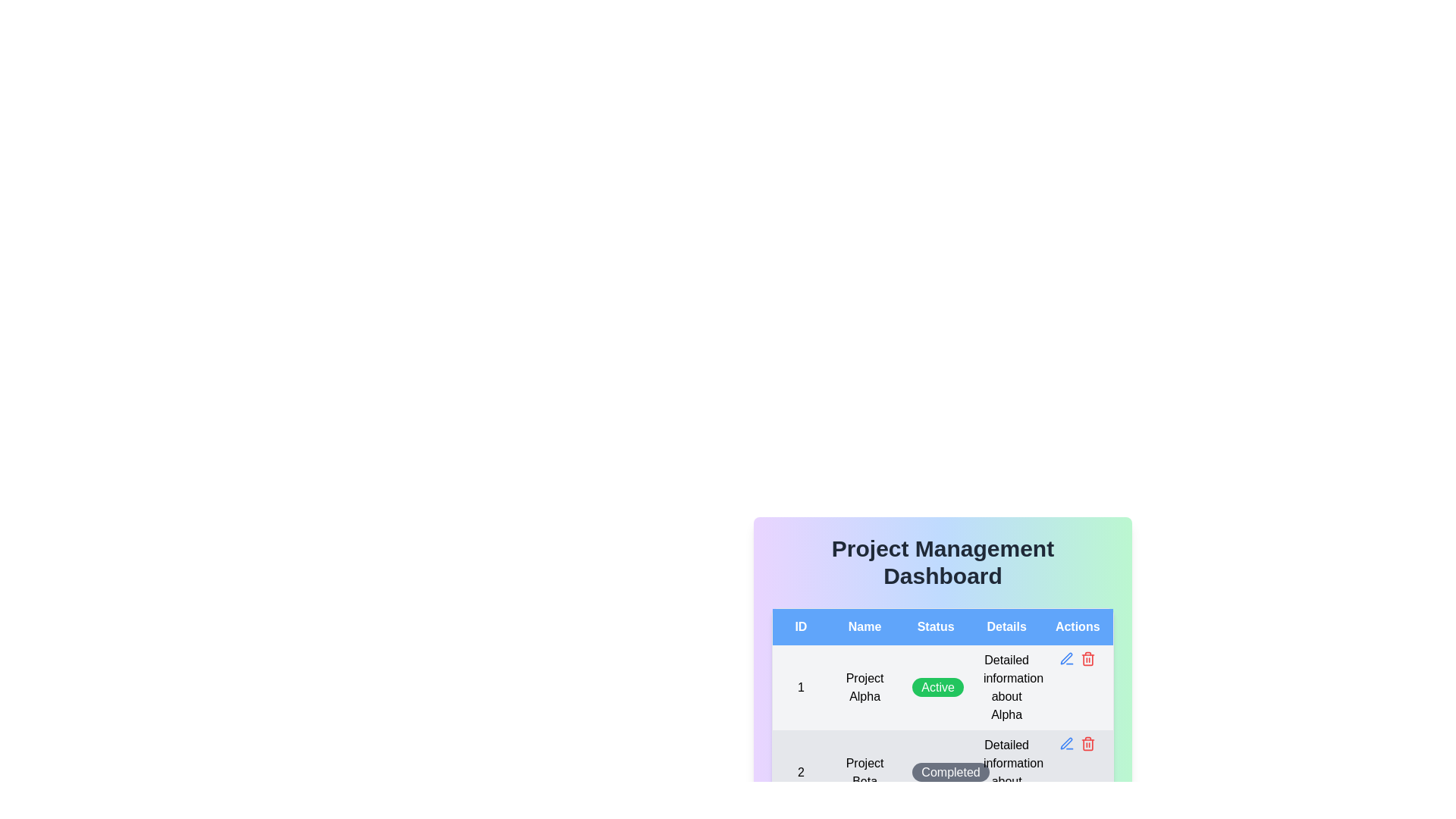  I want to click on the 'Active' status badge displayed in white text on a green, rounded rectangle background, located in the 'Status' column of the top row in the Project Management Dashboard table, so click(937, 687).